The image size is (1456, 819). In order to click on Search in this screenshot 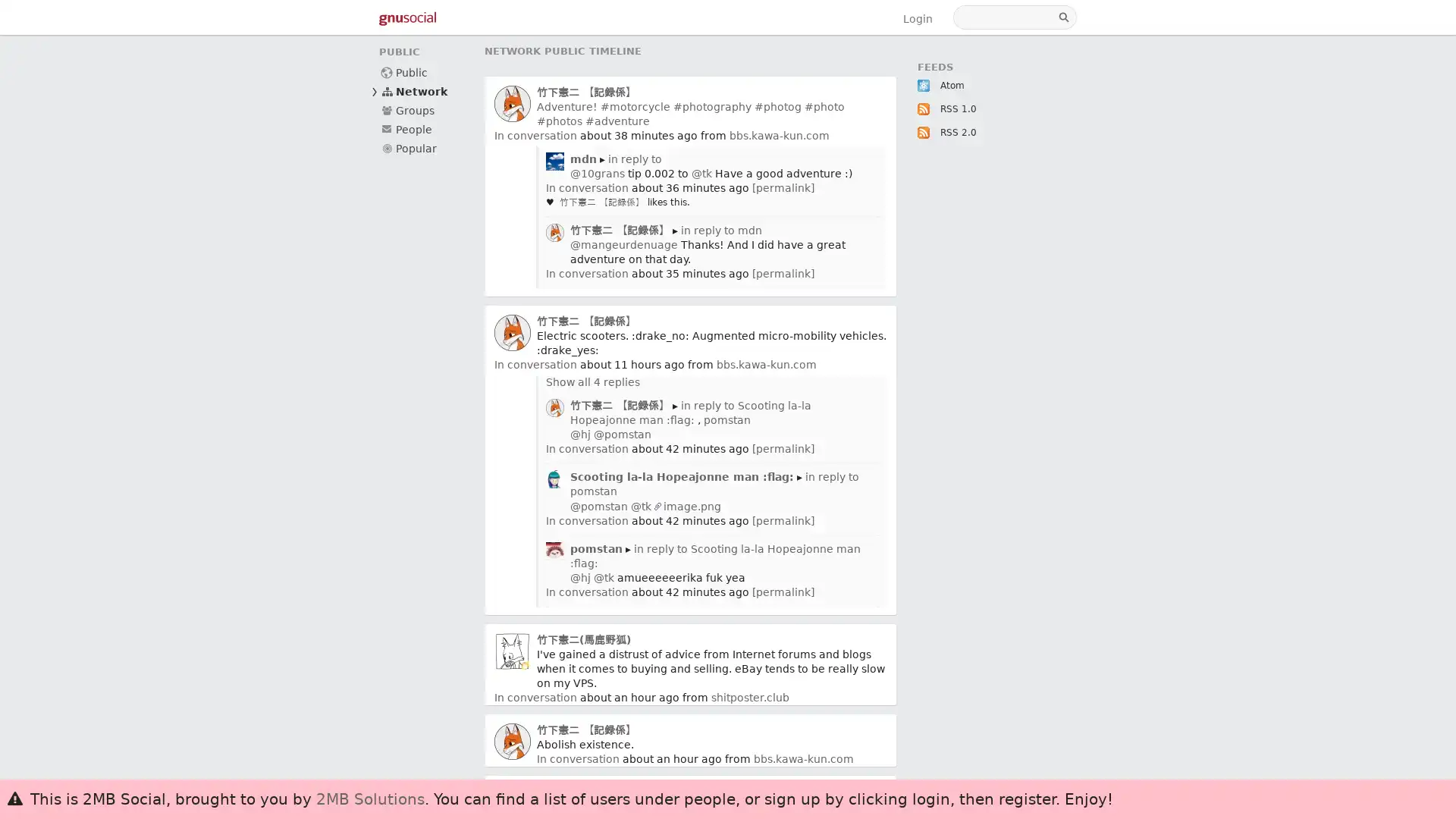, I will do `click(1065, 17)`.